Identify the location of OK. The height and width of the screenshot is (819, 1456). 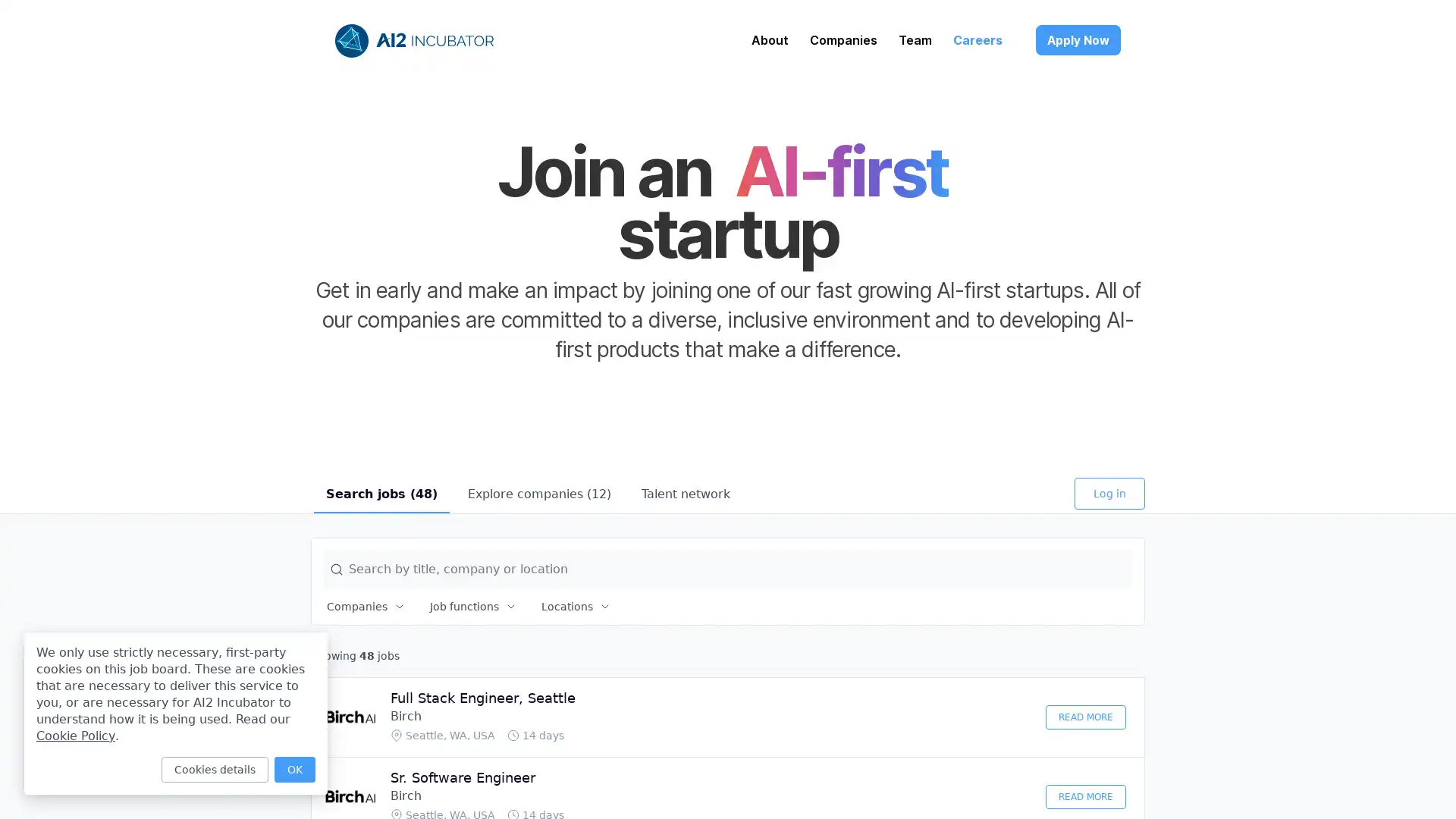
(294, 769).